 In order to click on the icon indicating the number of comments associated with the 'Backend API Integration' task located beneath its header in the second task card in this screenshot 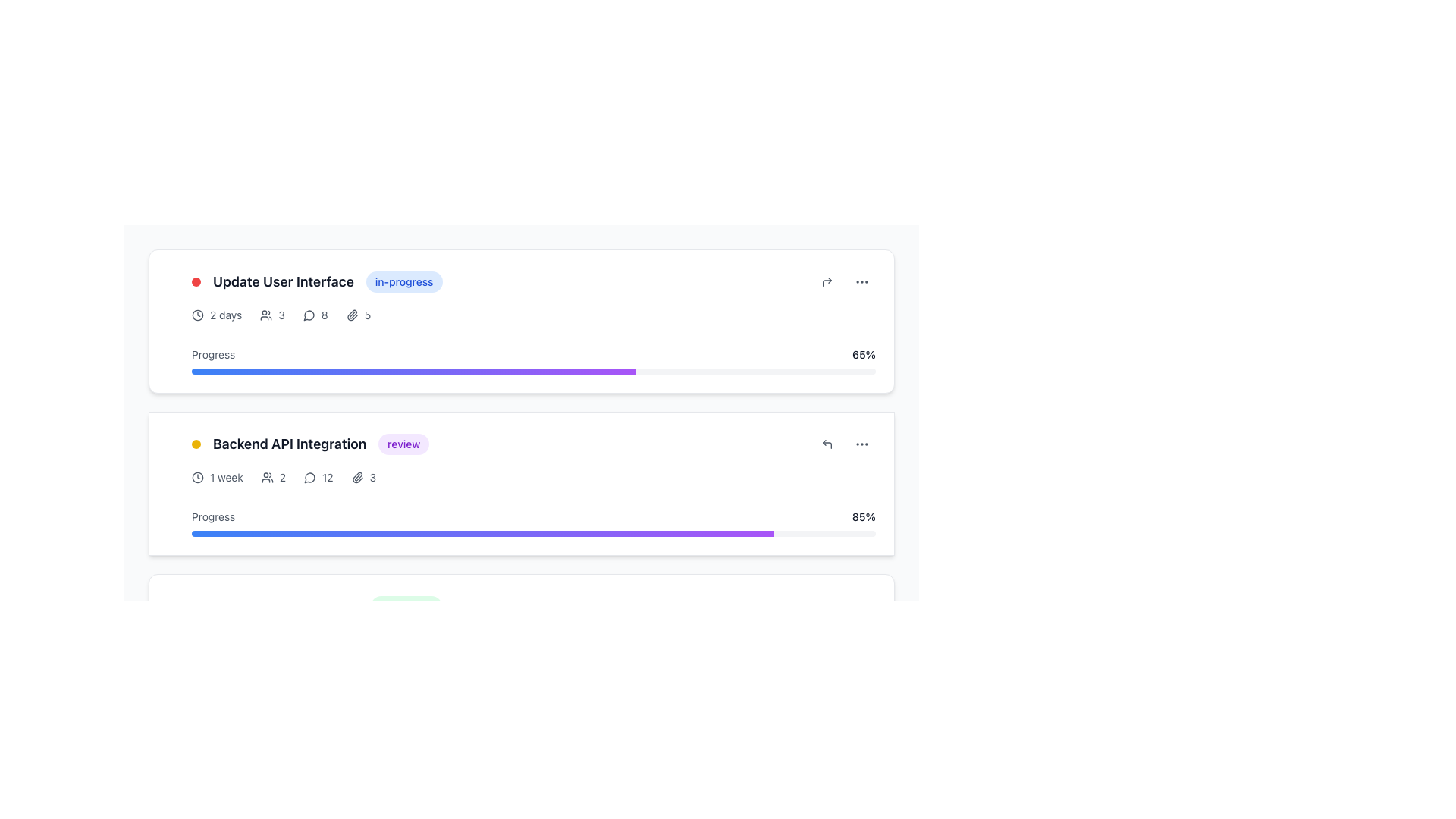, I will do `click(318, 476)`.